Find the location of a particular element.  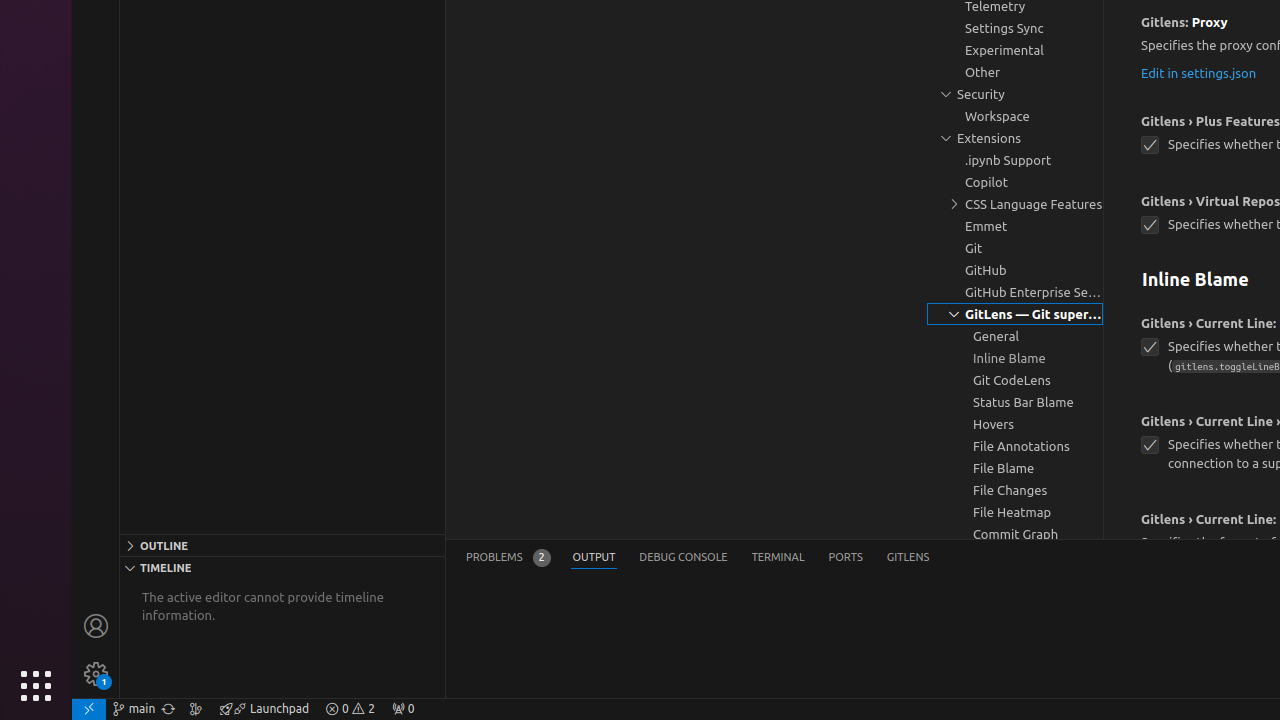

'remote' is located at coordinates (87, 707).